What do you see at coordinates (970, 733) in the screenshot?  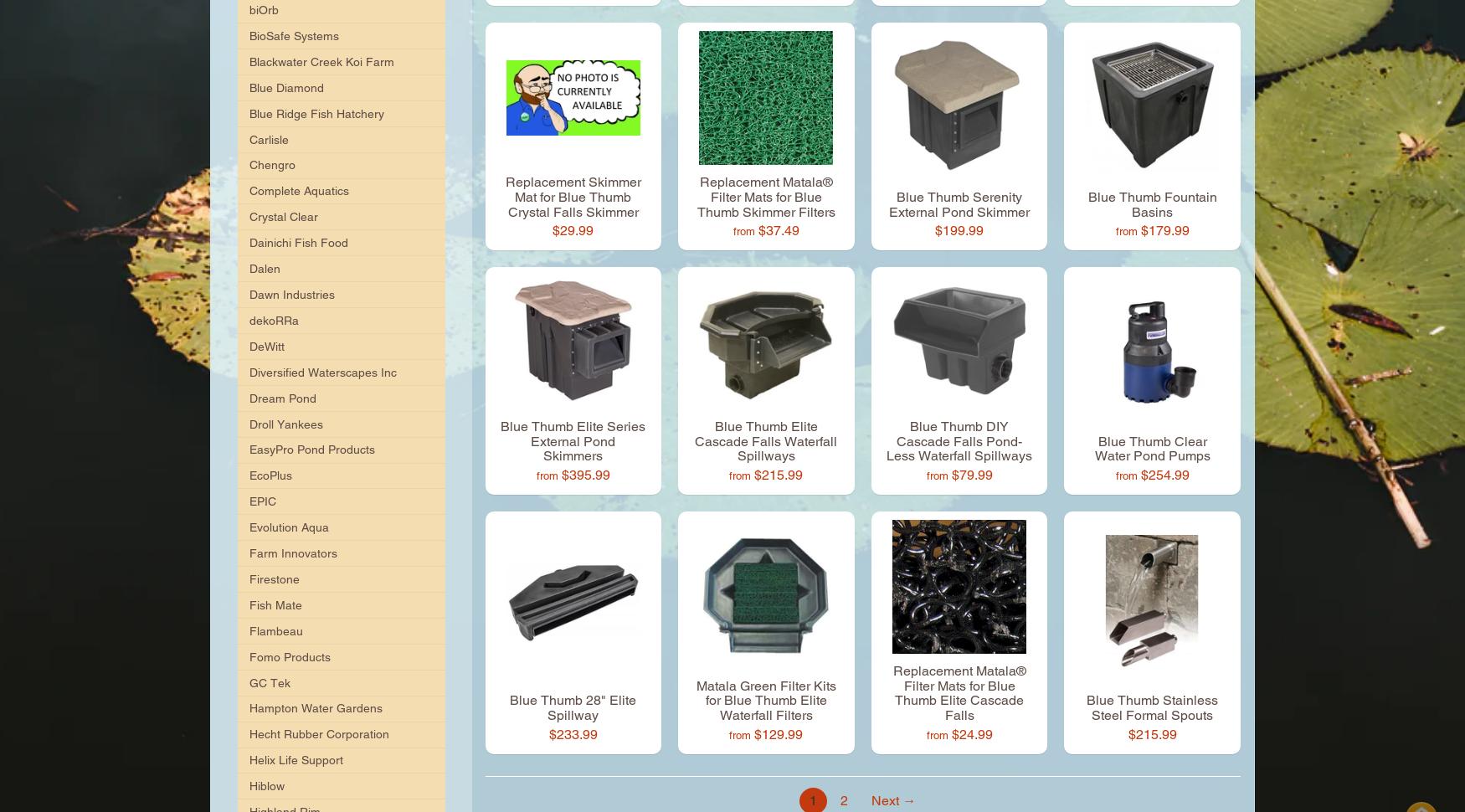 I see `'$24.99'` at bounding box center [970, 733].